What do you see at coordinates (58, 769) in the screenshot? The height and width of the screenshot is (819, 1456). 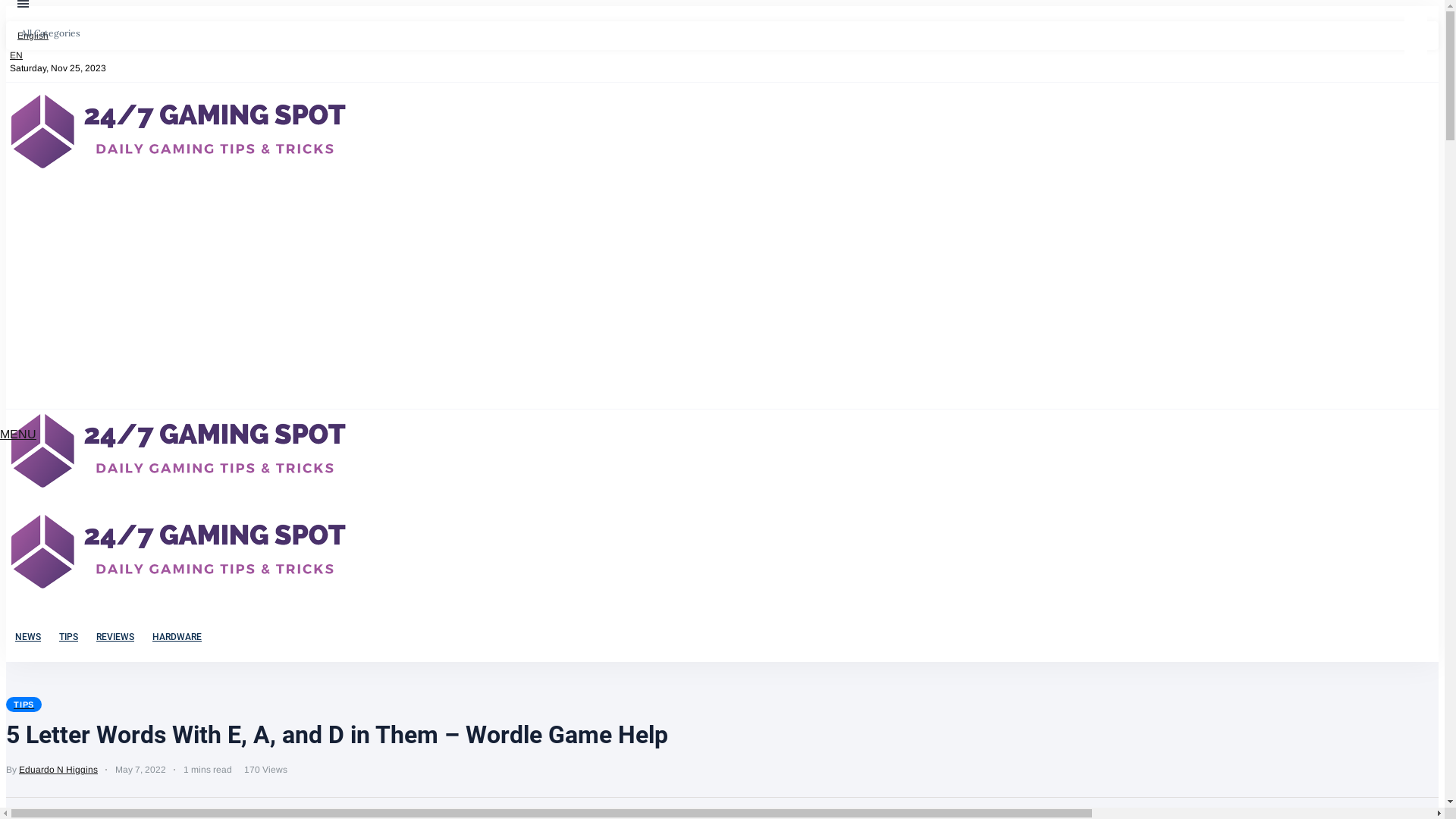 I see `'Eduardo N Higgins'` at bounding box center [58, 769].